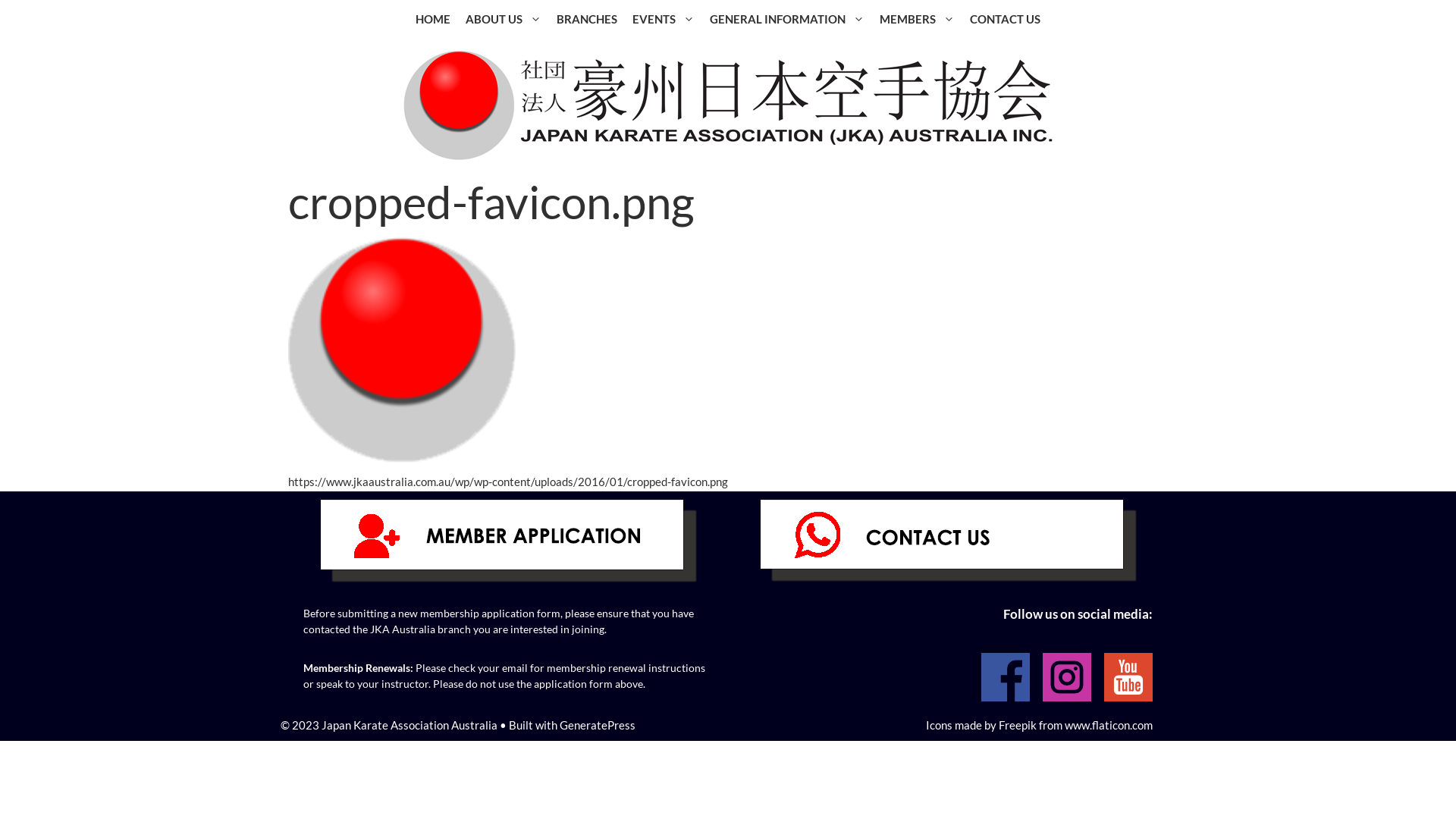 This screenshot has width=1456, height=819. I want to click on 'Freepik', so click(1018, 723).